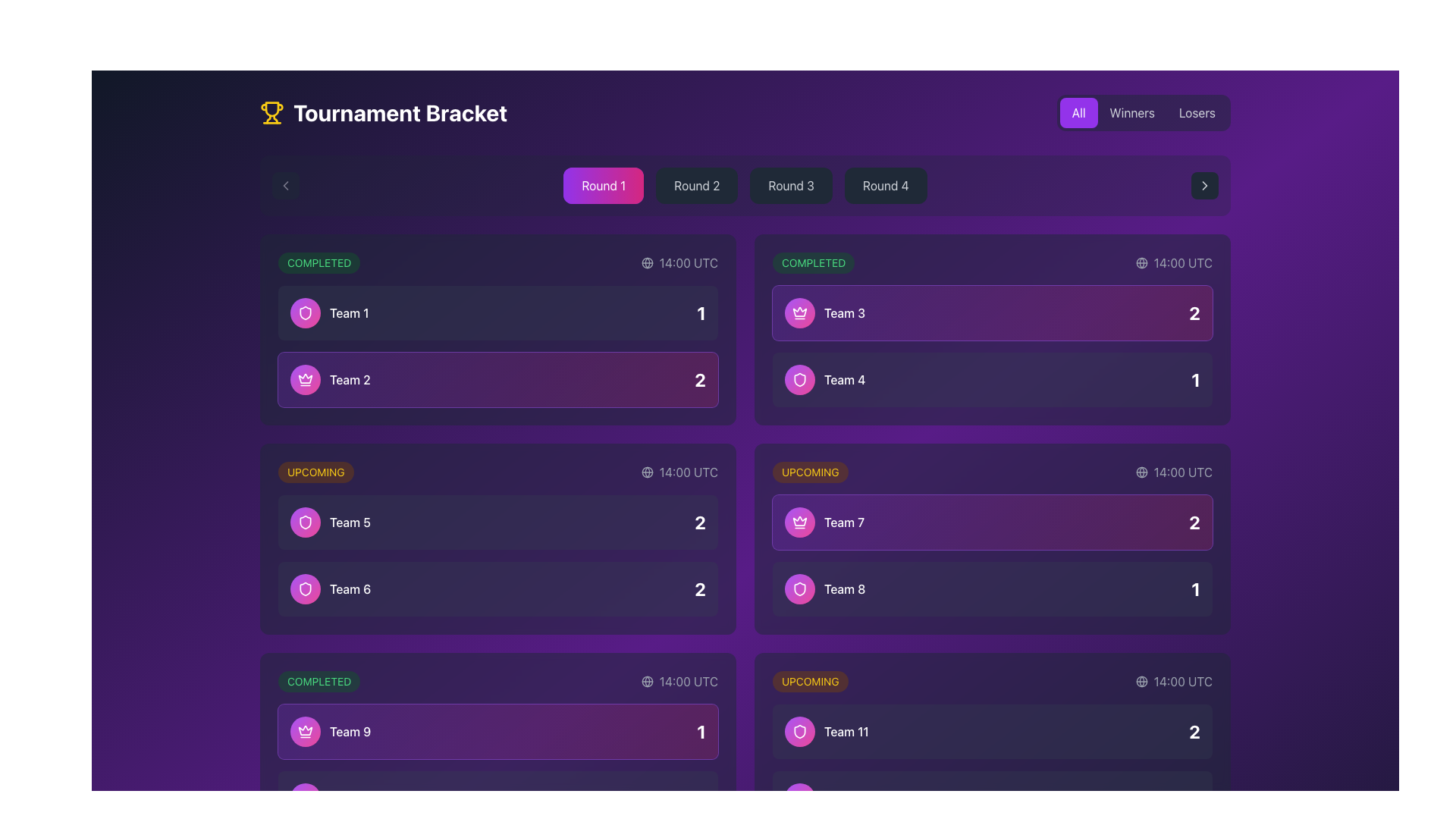 The width and height of the screenshot is (1456, 819). What do you see at coordinates (799, 312) in the screenshot?
I see `the Decorative icon representing 'Team 3', located in the top-right section of the interface, to the left of the text label 'Team 3'` at bounding box center [799, 312].